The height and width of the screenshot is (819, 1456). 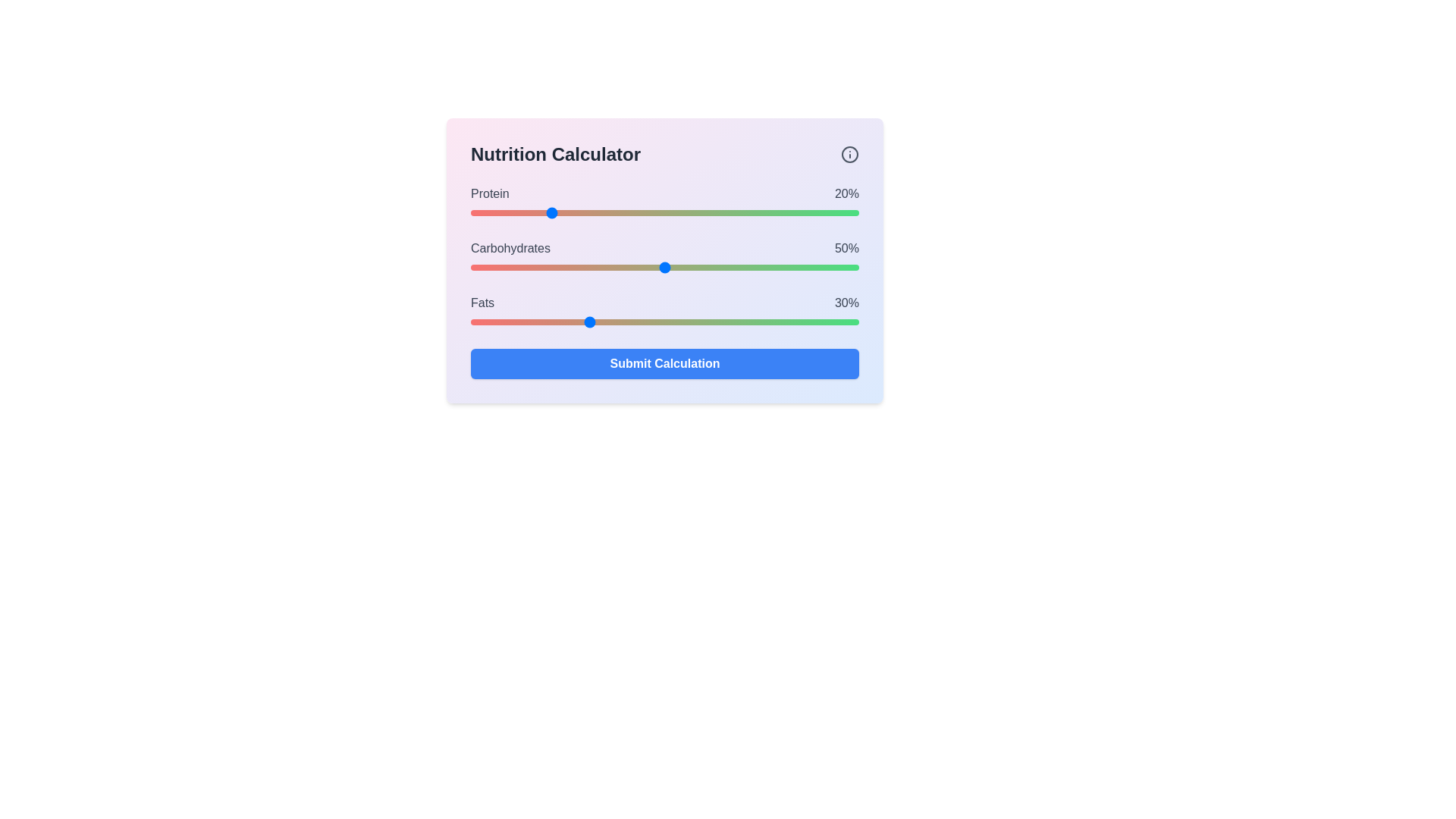 I want to click on the protein slider to 20%, so click(x=548, y=213).